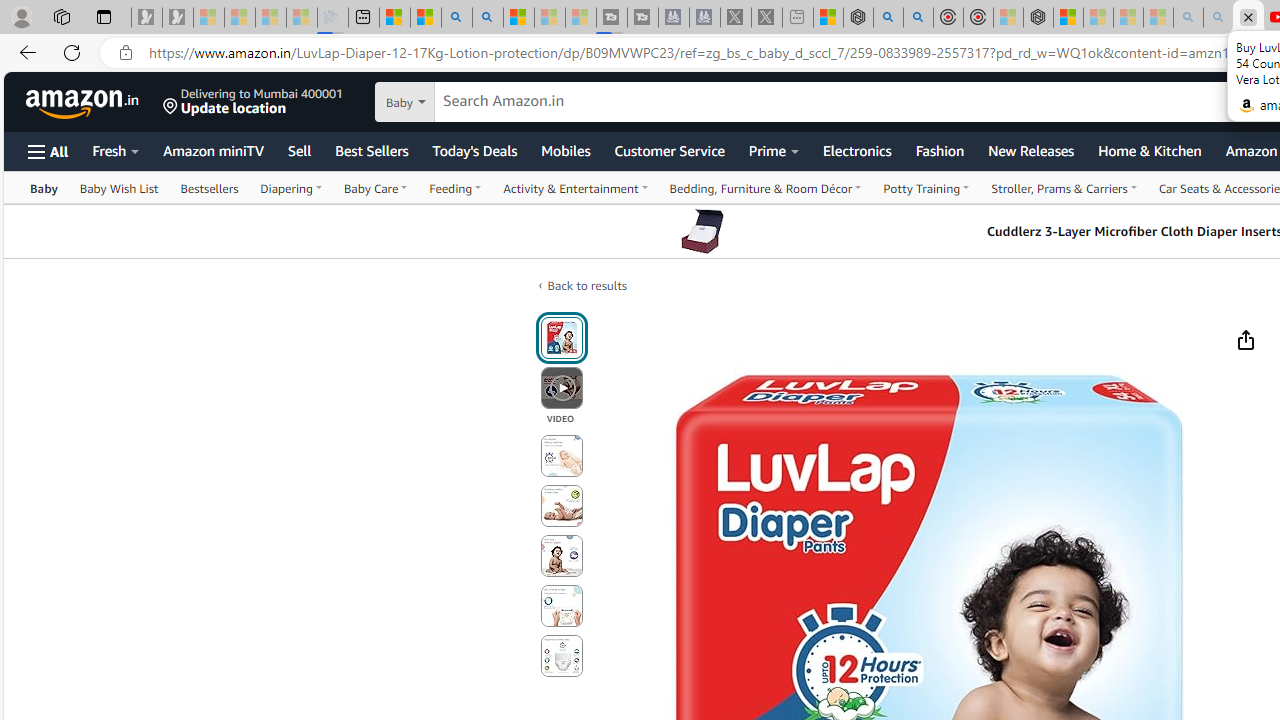 Image resolution: width=1280 pixels, height=720 pixels. What do you see at coordinates (887, 17) in the screenshot?
I see `'poe - Search'` at bounding box center [887, 17].